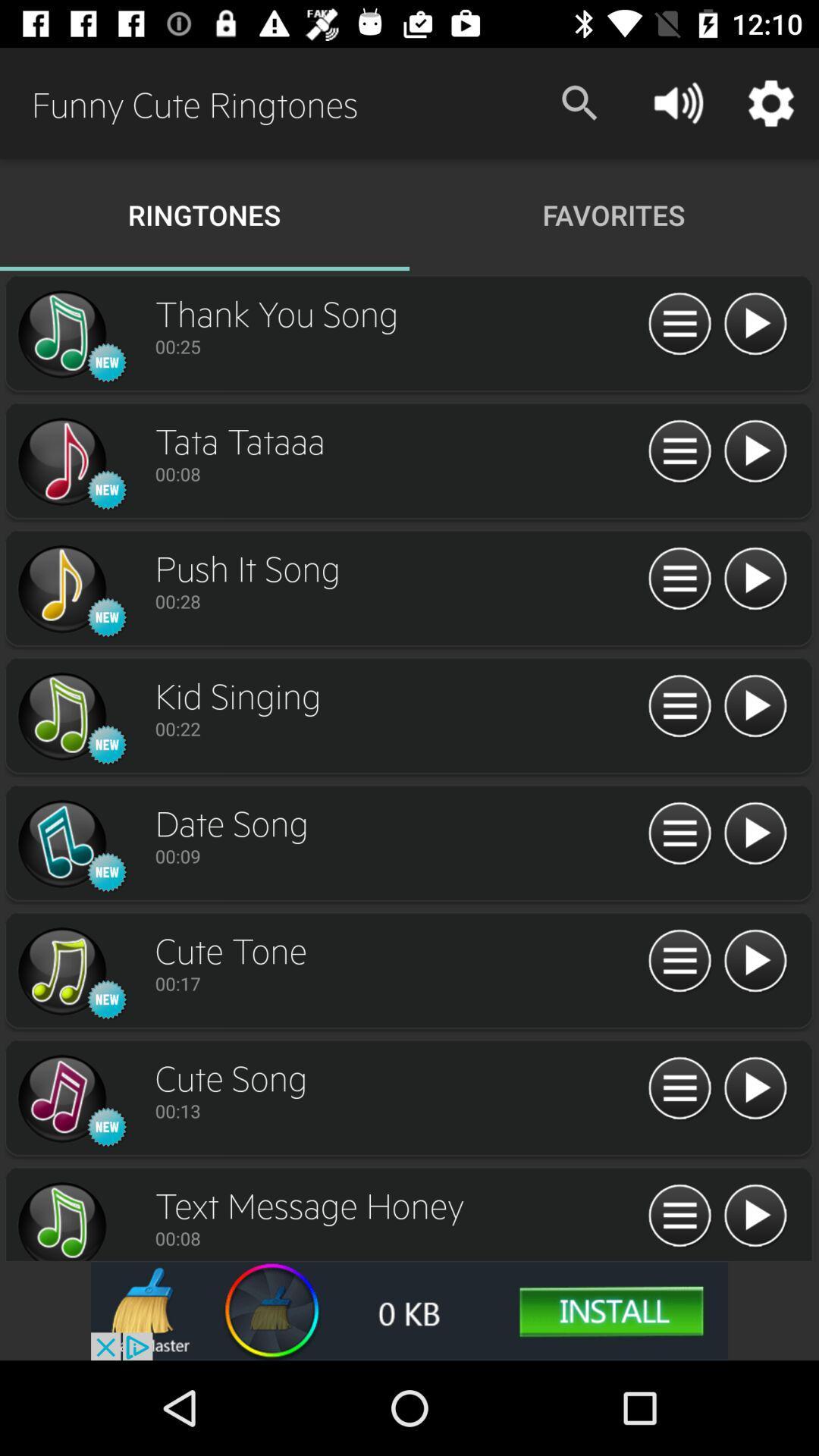 Image resolution: width=819 pixels, height=1456 pixels. Describe the element at coordinates (755, 1216) in the screenshot. I see `execute the track` at that location.